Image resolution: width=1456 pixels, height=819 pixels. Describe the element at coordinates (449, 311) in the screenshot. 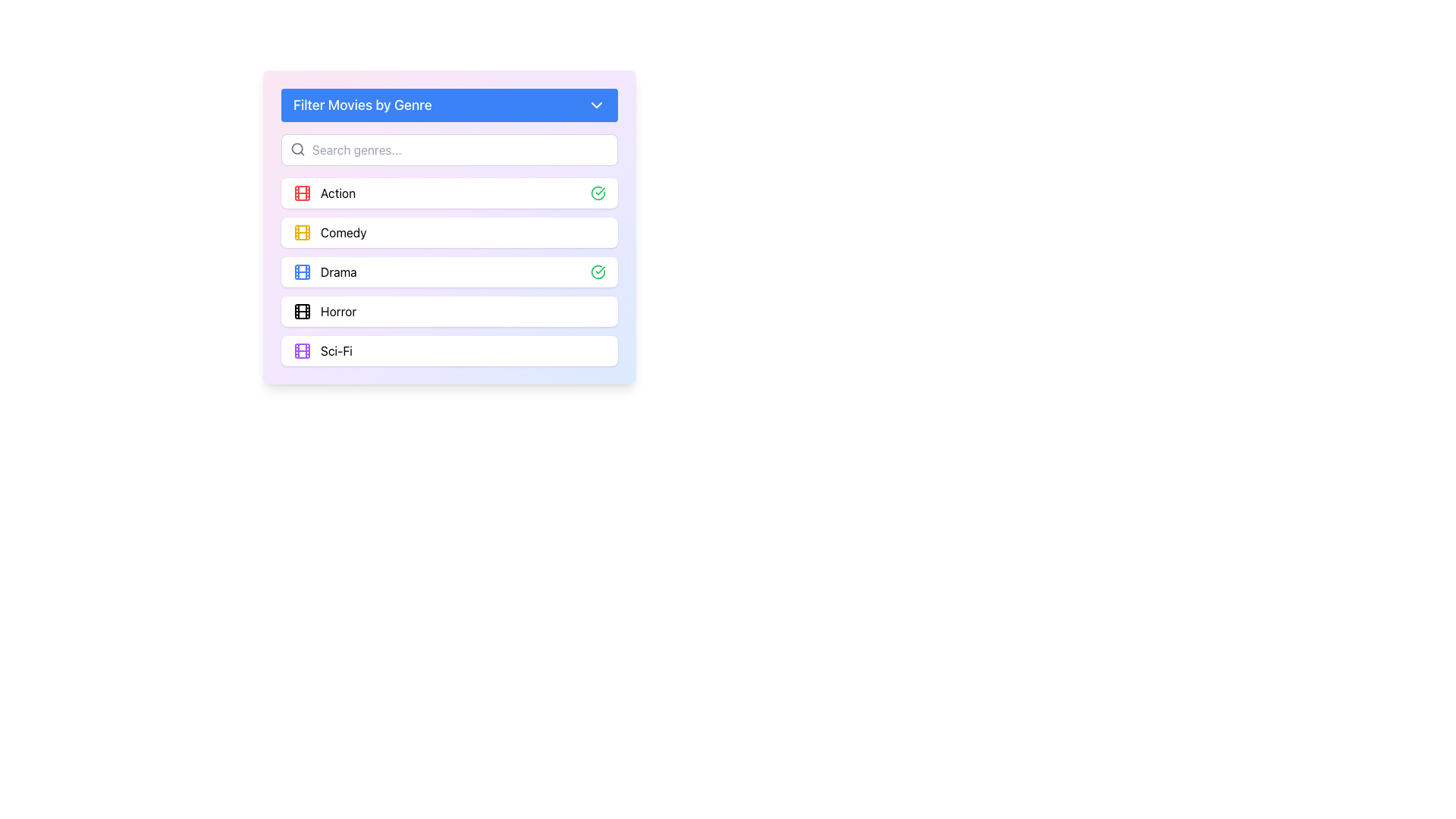

I see `the 'Horror' genre option in the list titled 'Filter Movies by Genre'` at that location.